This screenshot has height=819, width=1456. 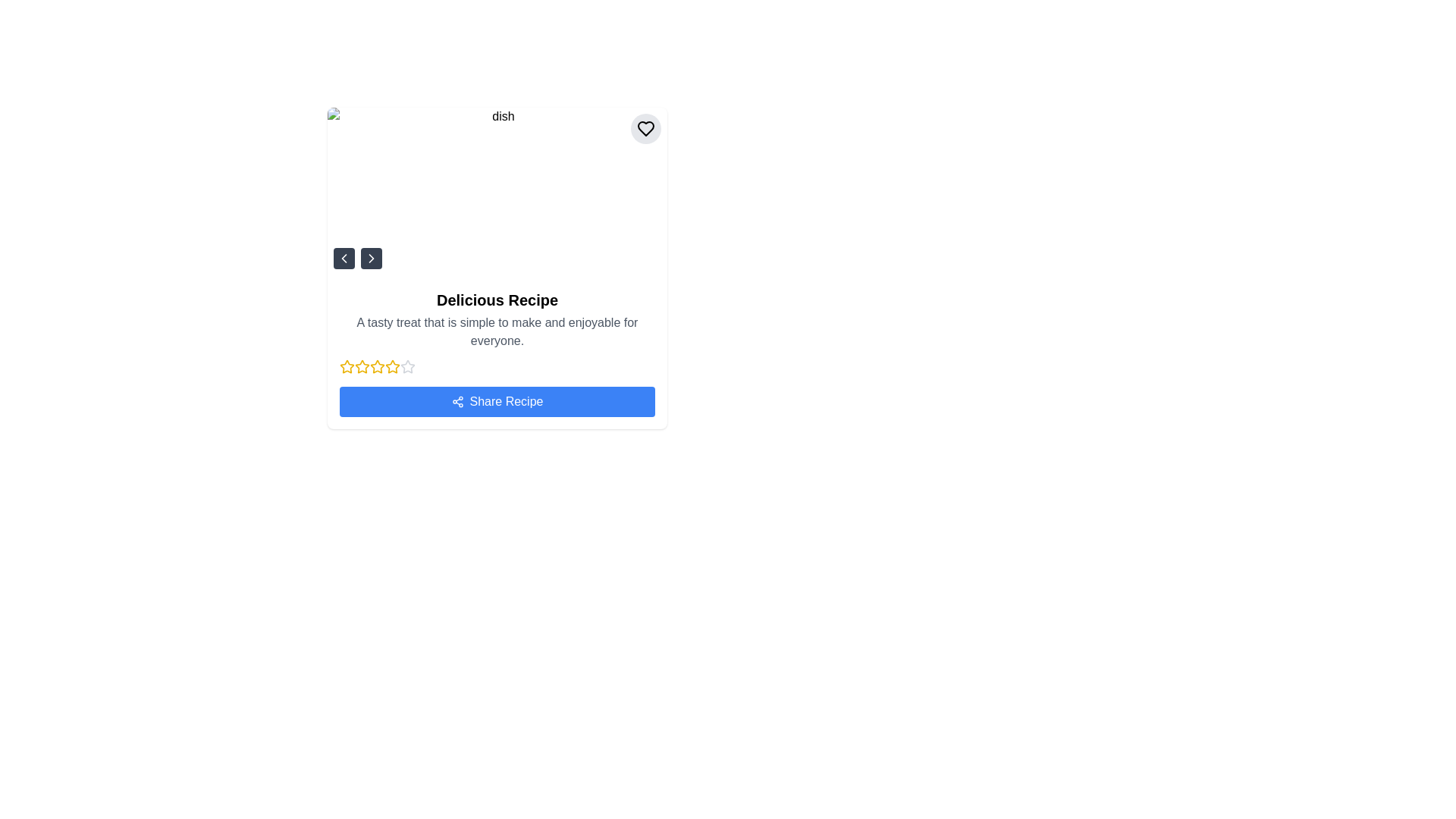 I want to click on the fifth star icon in the rating system of the recipe card UI component, which serves as a visual indicator for feedback, so click(x=407, y=366).